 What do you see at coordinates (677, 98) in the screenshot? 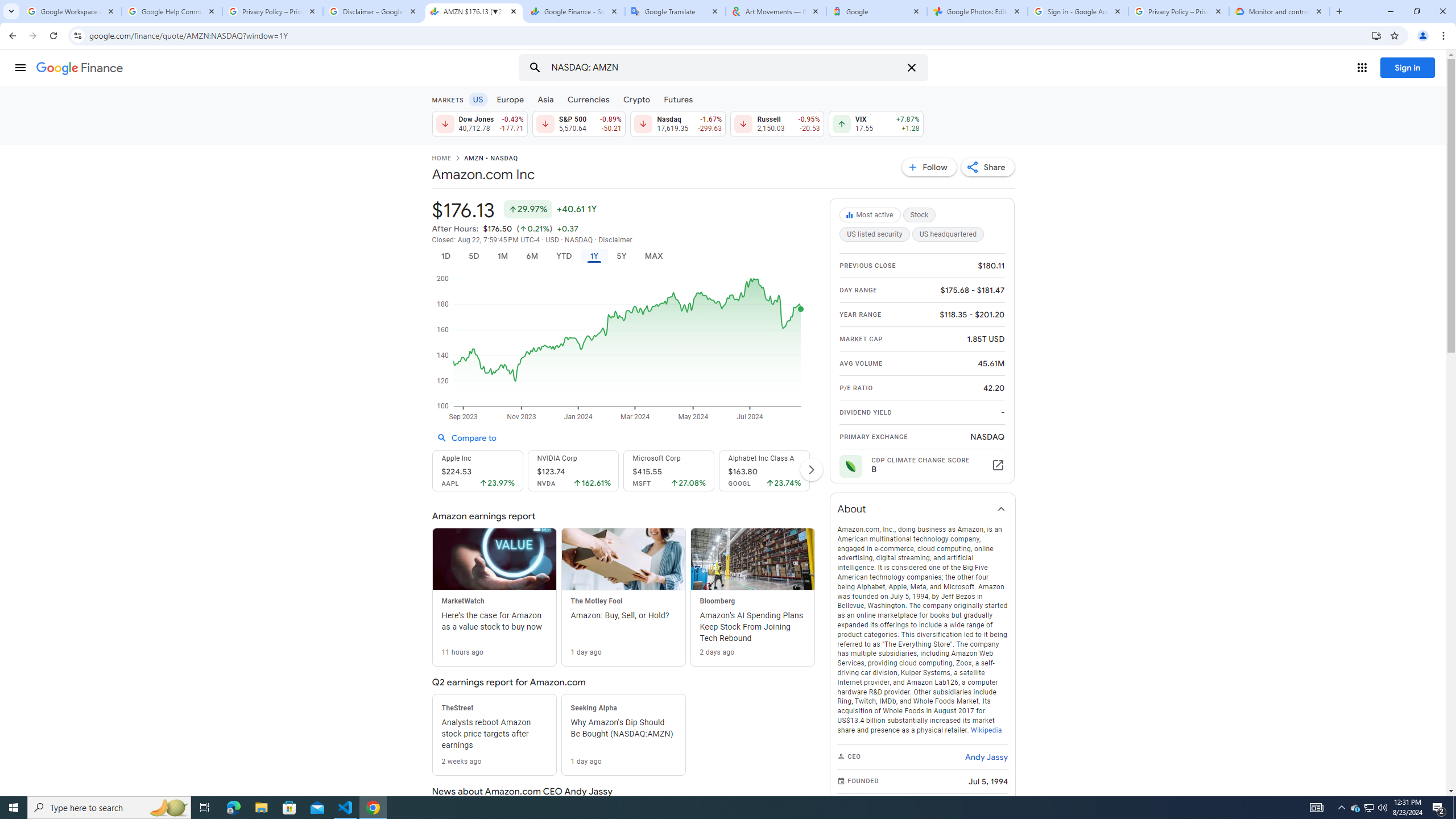
I see `'Futures'` at bounding box center [677, 98].